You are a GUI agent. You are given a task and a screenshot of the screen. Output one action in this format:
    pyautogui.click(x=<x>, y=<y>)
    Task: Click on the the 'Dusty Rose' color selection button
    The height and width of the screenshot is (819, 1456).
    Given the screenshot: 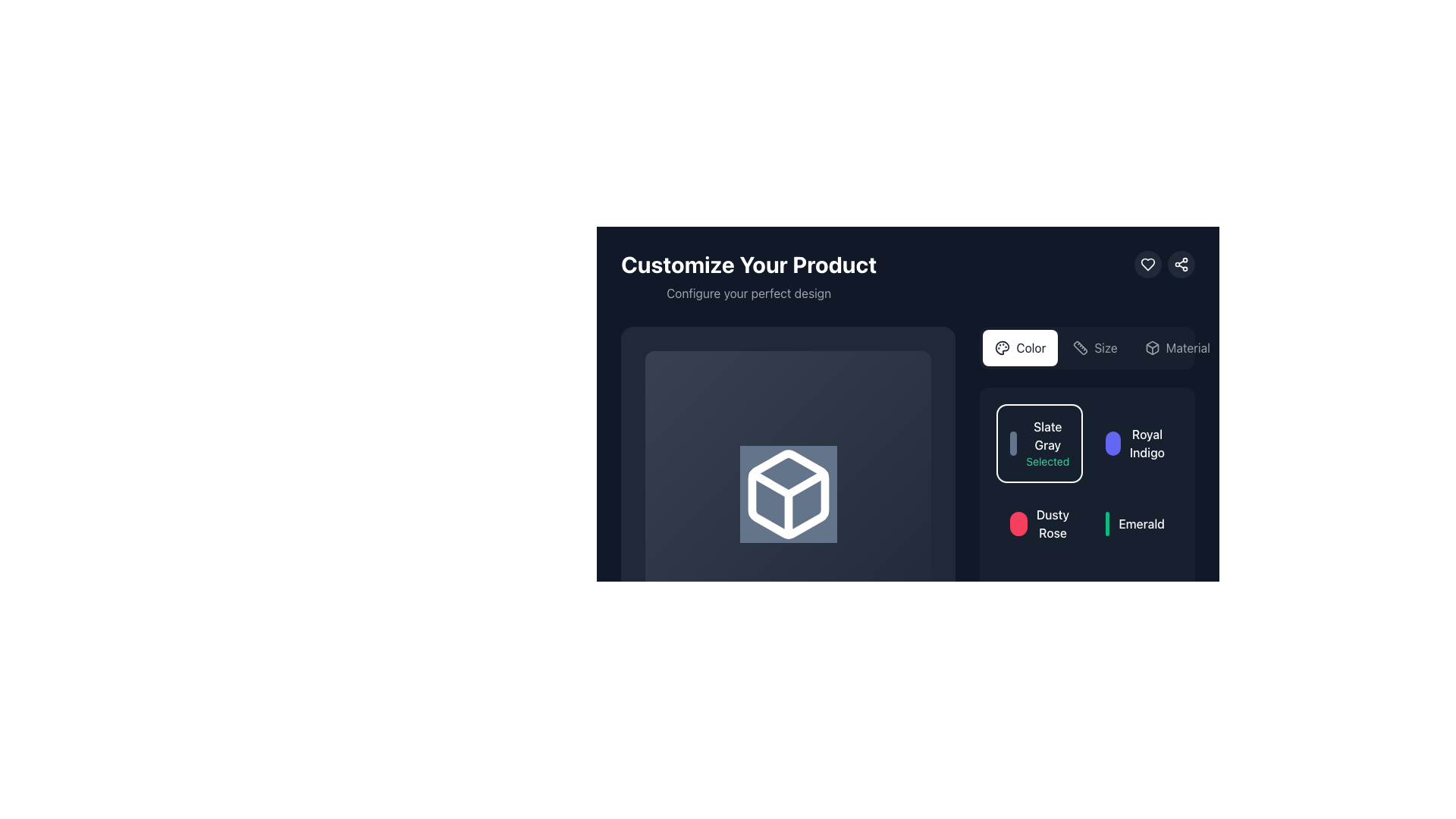 What is the action you would take?
    pyautogui.click(x=1039, y=522)
    